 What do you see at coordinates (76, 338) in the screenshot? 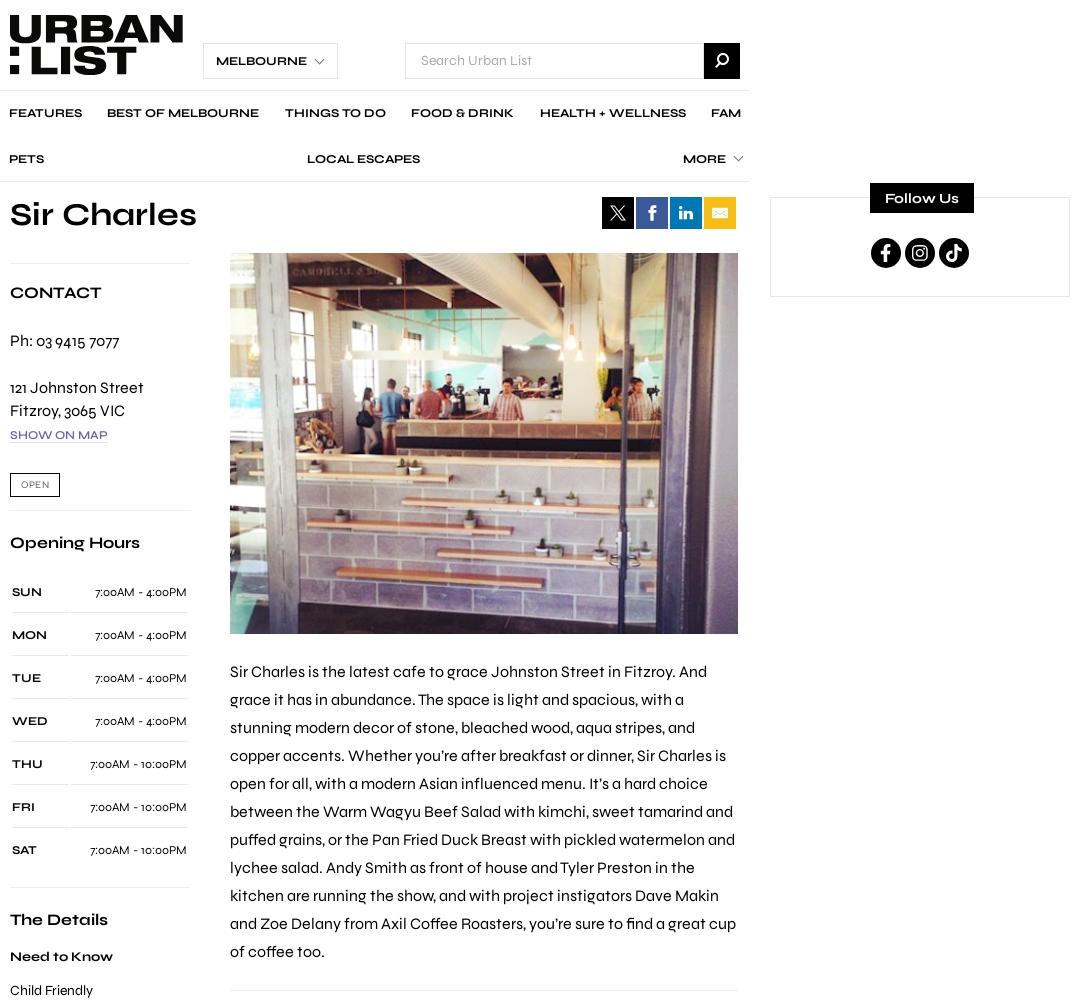
I see `'03 9415 7077'` at bounding box center [76, 338].